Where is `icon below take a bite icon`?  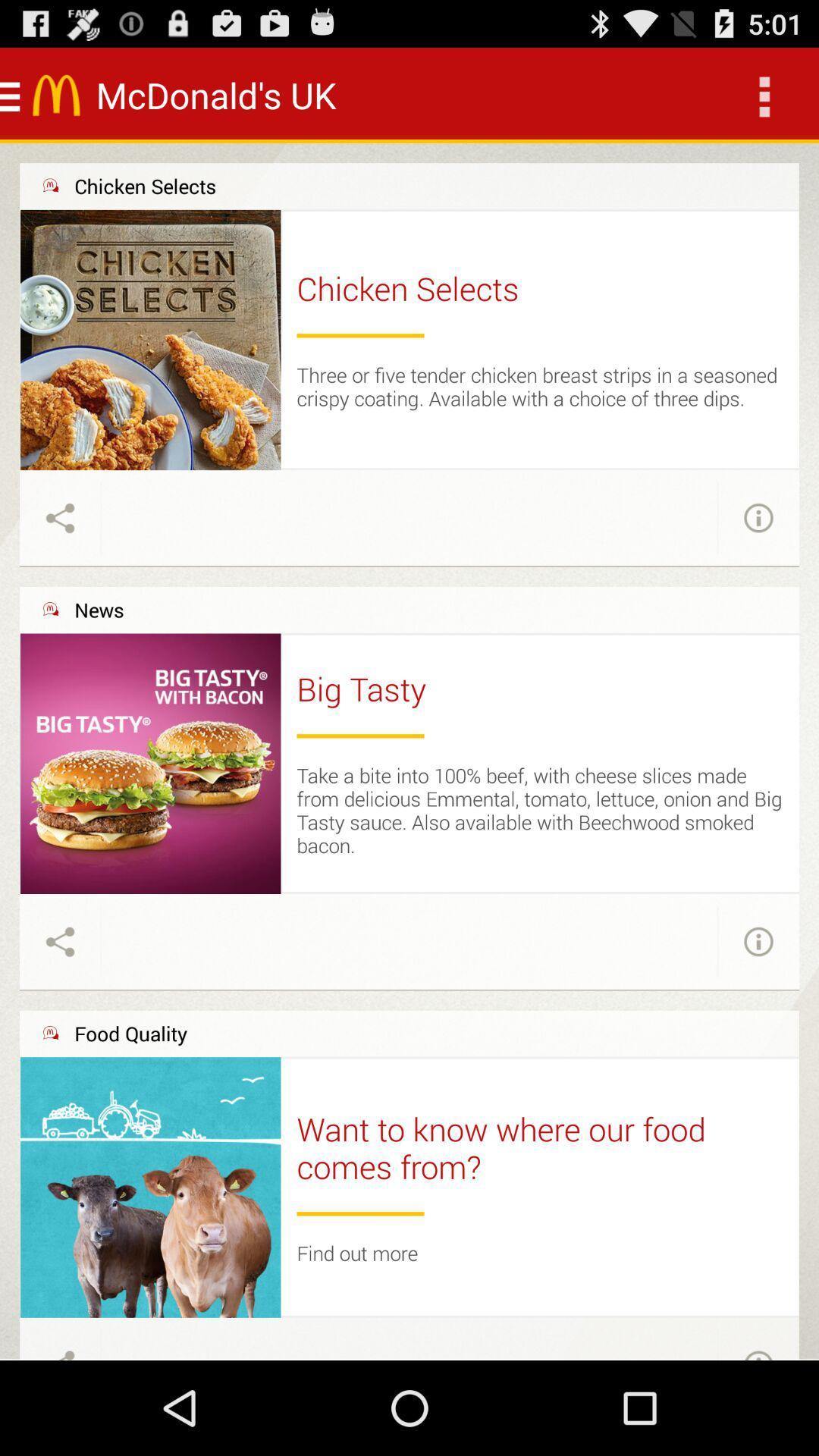 icon below take a bite icon is located at coordinates (539, 893).